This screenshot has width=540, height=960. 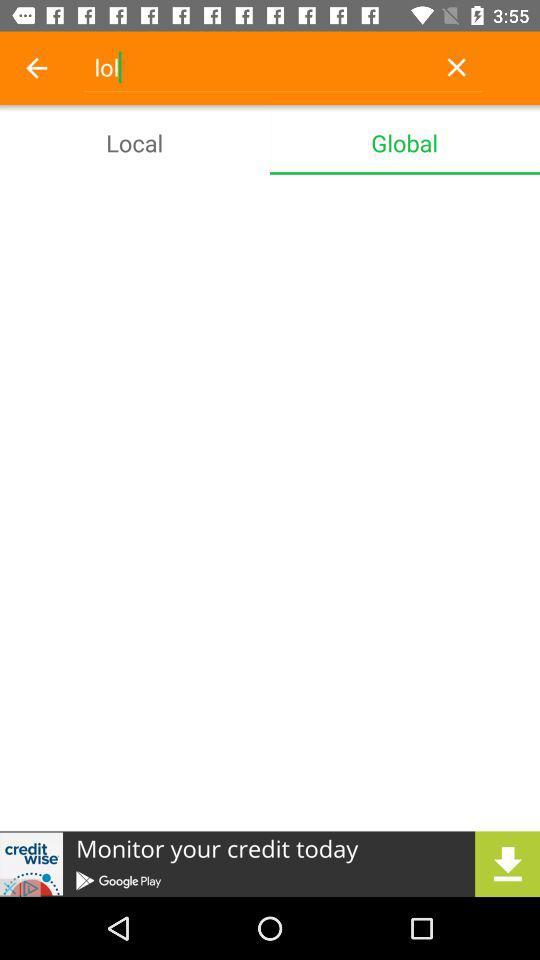 What do you see at coordinates (270, 863) in the screenshot?
I see `banner` at bounding box center [270, 863].